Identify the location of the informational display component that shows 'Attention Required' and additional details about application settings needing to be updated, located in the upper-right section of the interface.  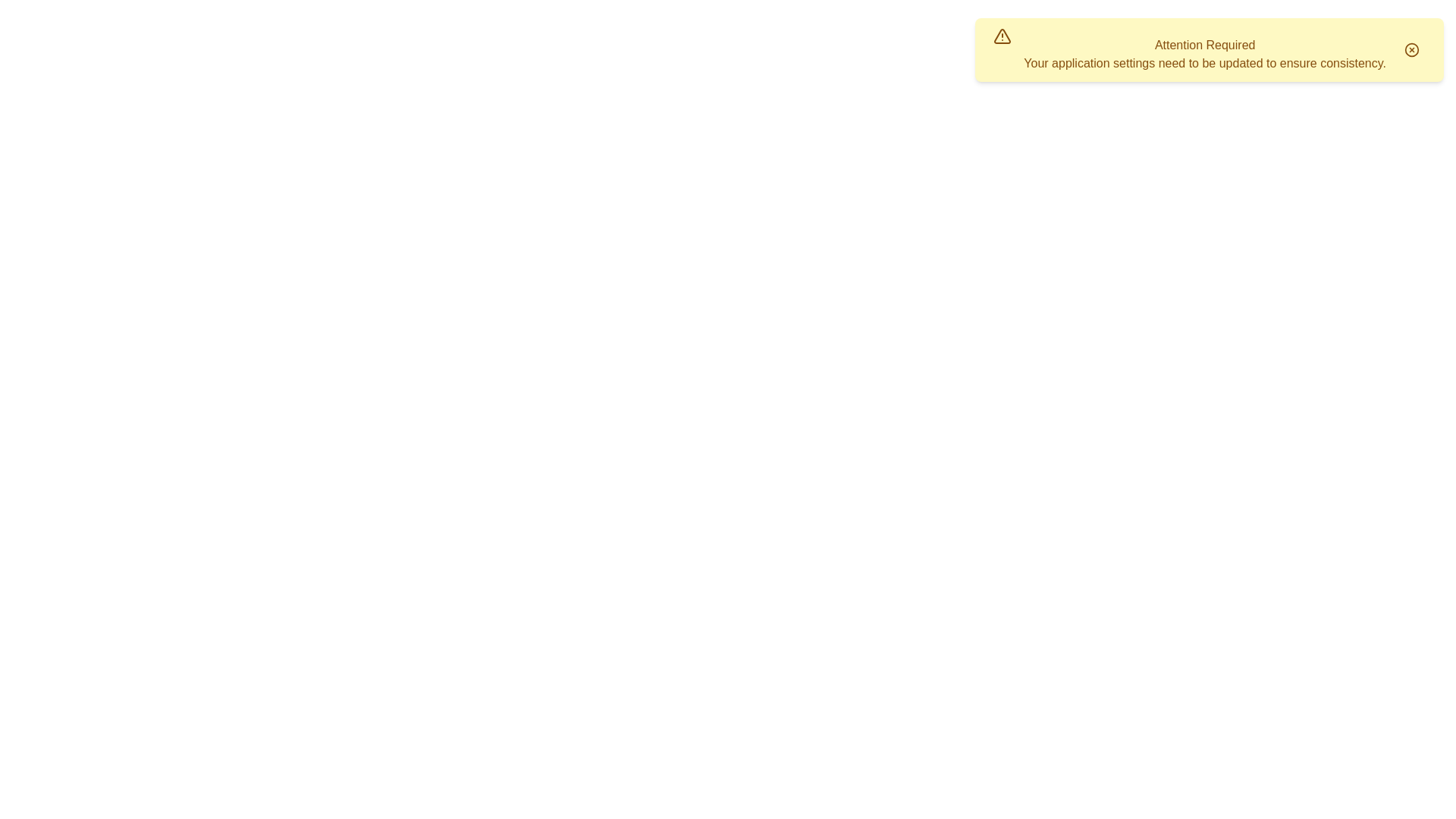
(1204, 54).